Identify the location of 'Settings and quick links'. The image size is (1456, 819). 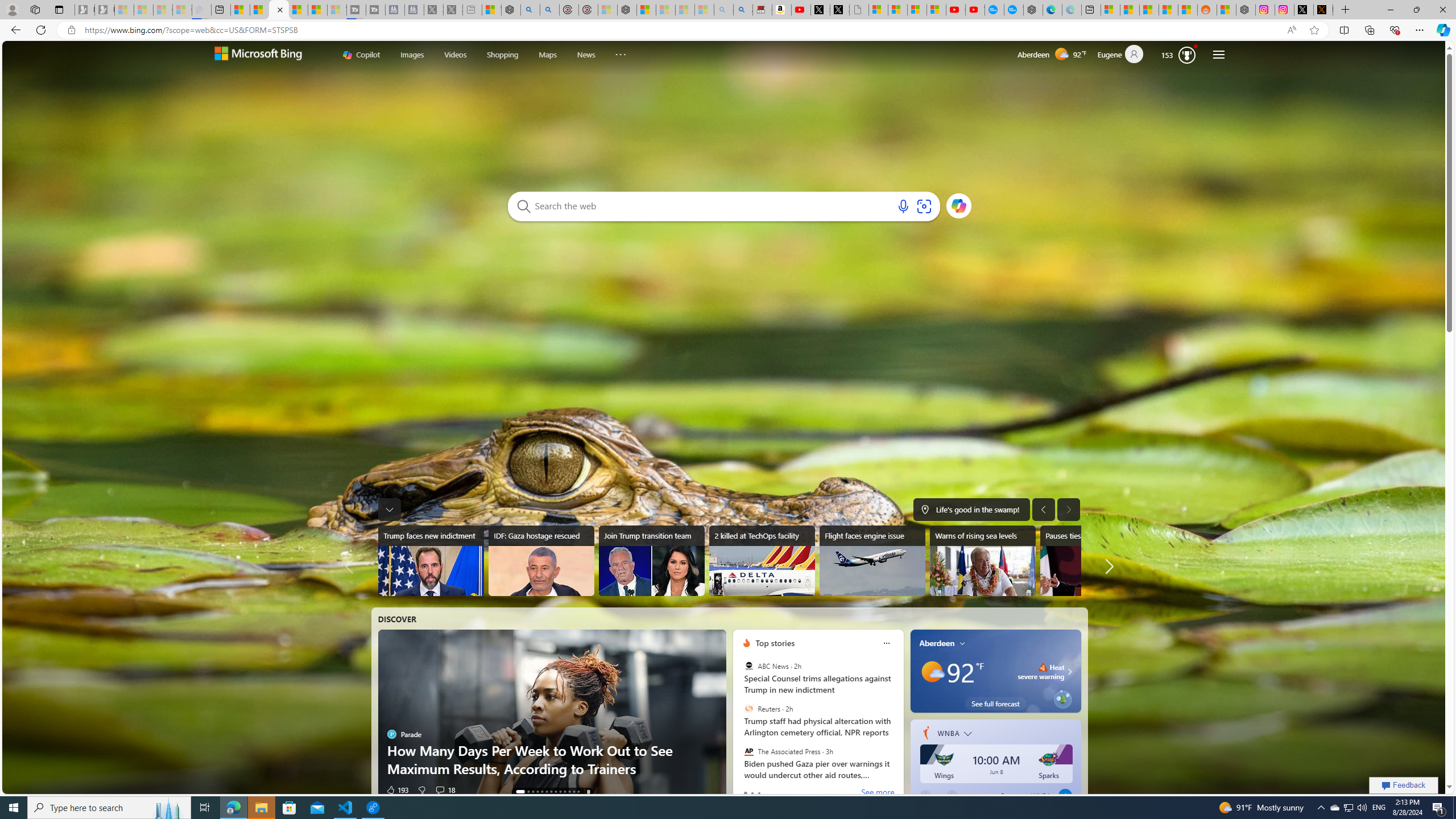
(1218, 54).